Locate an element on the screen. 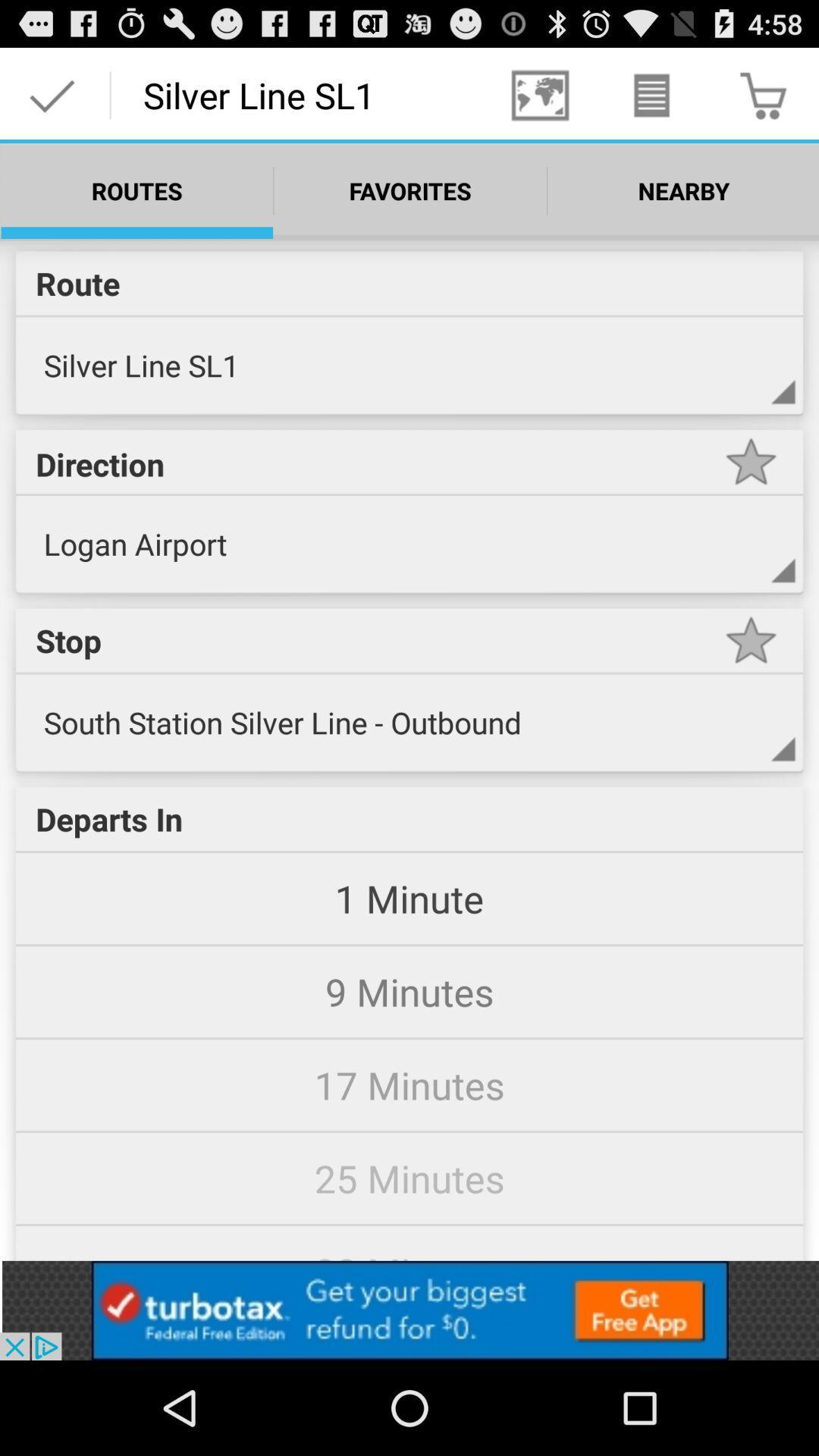 Image resolution: width=819 pixels, height=1456 pixels. expand direction option is located at coordinates (751, 565).